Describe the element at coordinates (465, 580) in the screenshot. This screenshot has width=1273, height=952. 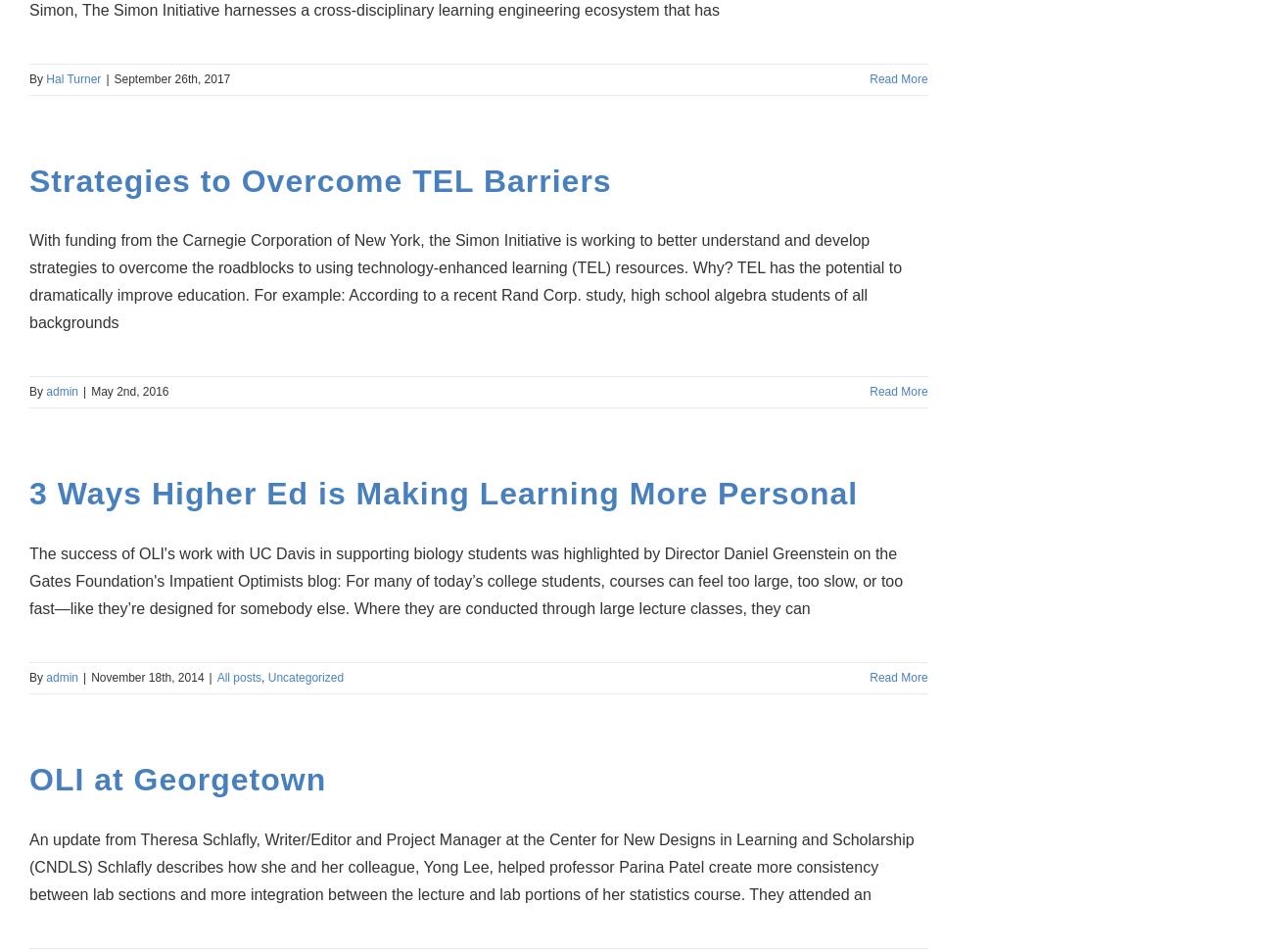
I see `'The success of OLI's work with UC Davis in supporting biology students was highlighted by Director Daniel Greenstein on the Gates Foundation's Impatient Optimists blog: For many of today’s college students, courses can feel too large, too slow, or too fast—like they’re designed for somebody else. Where they are conducted through large lecture classes, they can'` at that location.